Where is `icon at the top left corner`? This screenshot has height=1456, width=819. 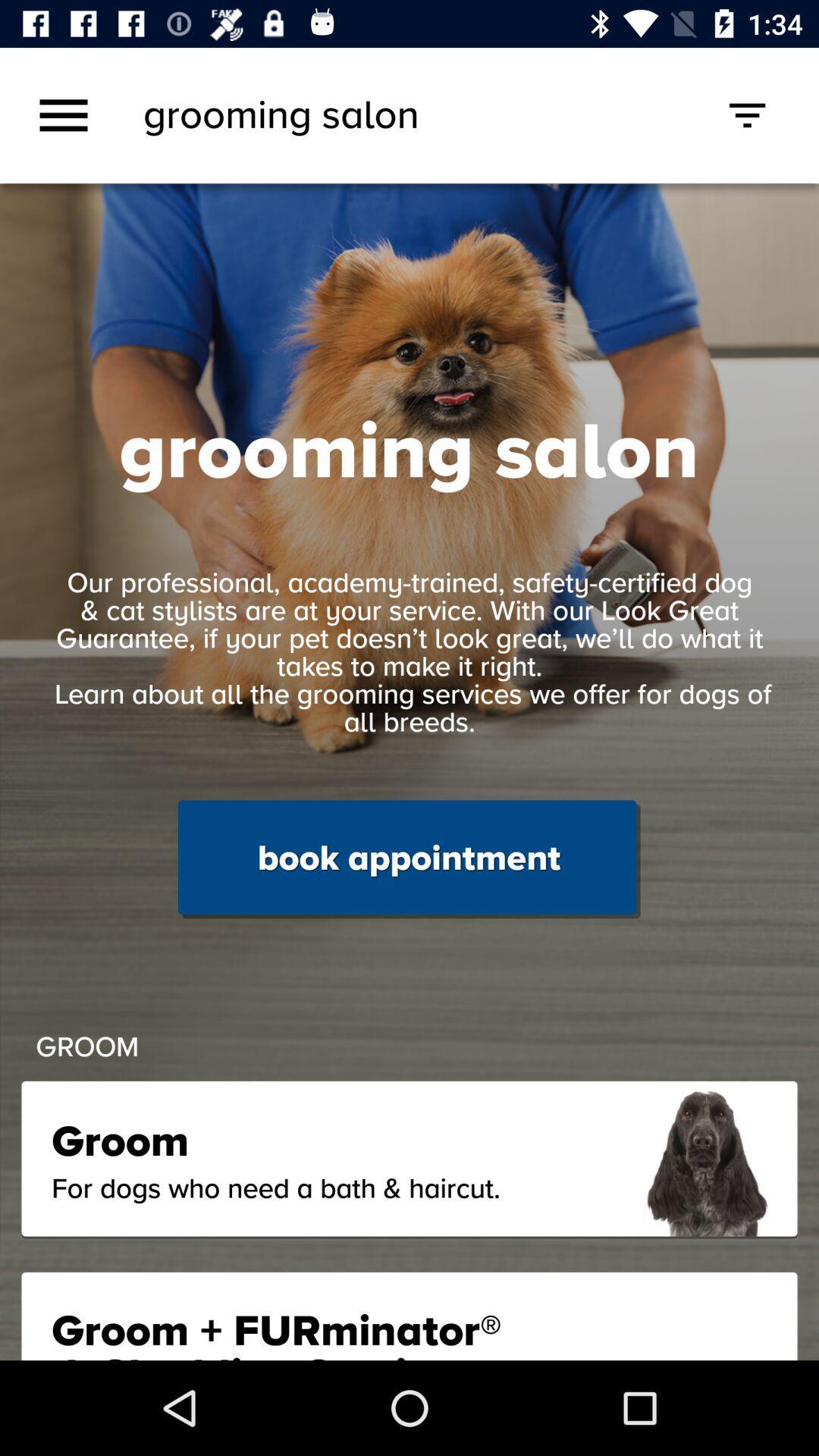 icon at the top left corner is located at coordinates (63, 115).